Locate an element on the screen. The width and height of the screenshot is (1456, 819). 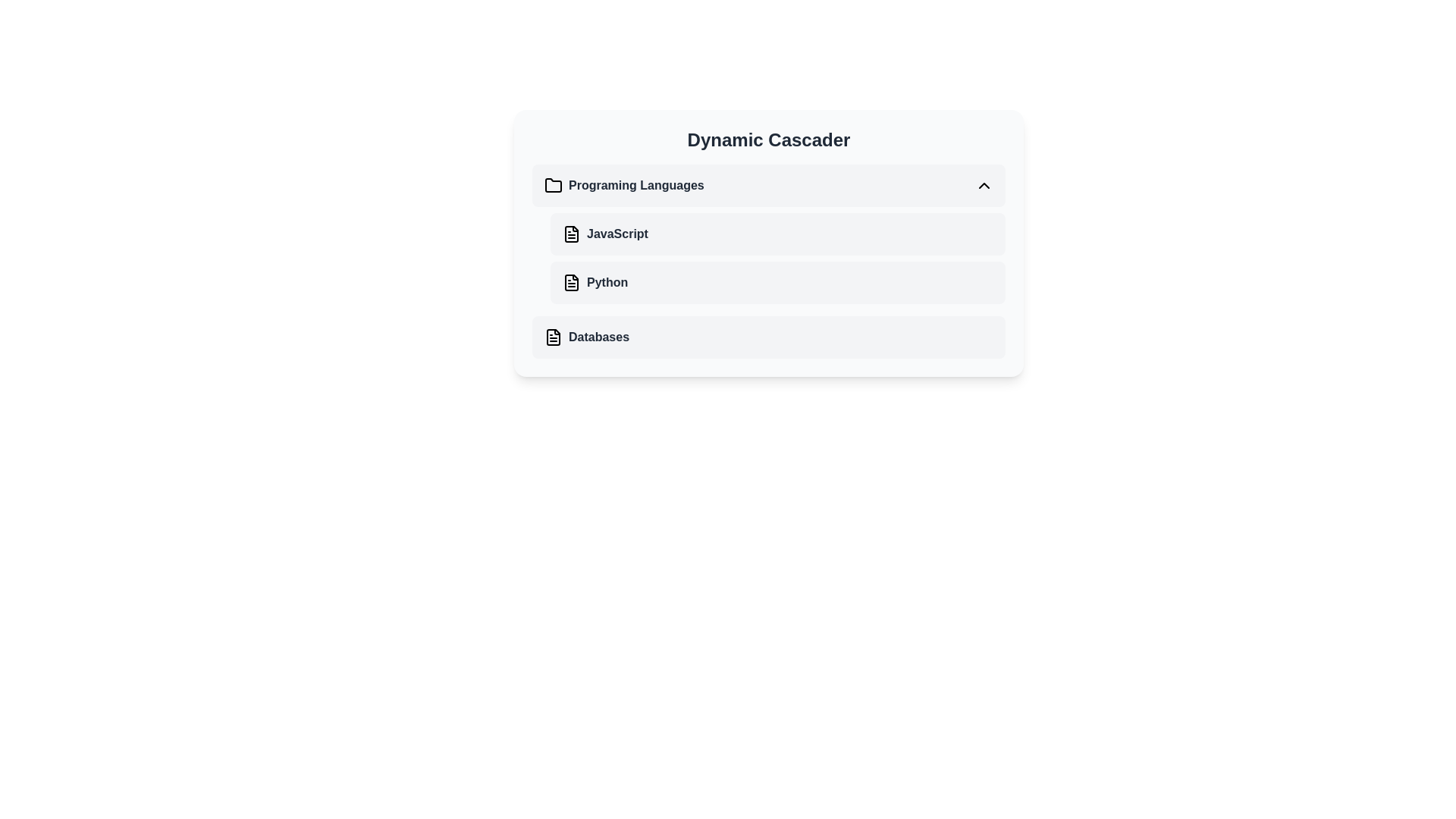
the second list item labeled 'Python' in the 'Dynamic Cascader' is located at coordinates (595, 283).